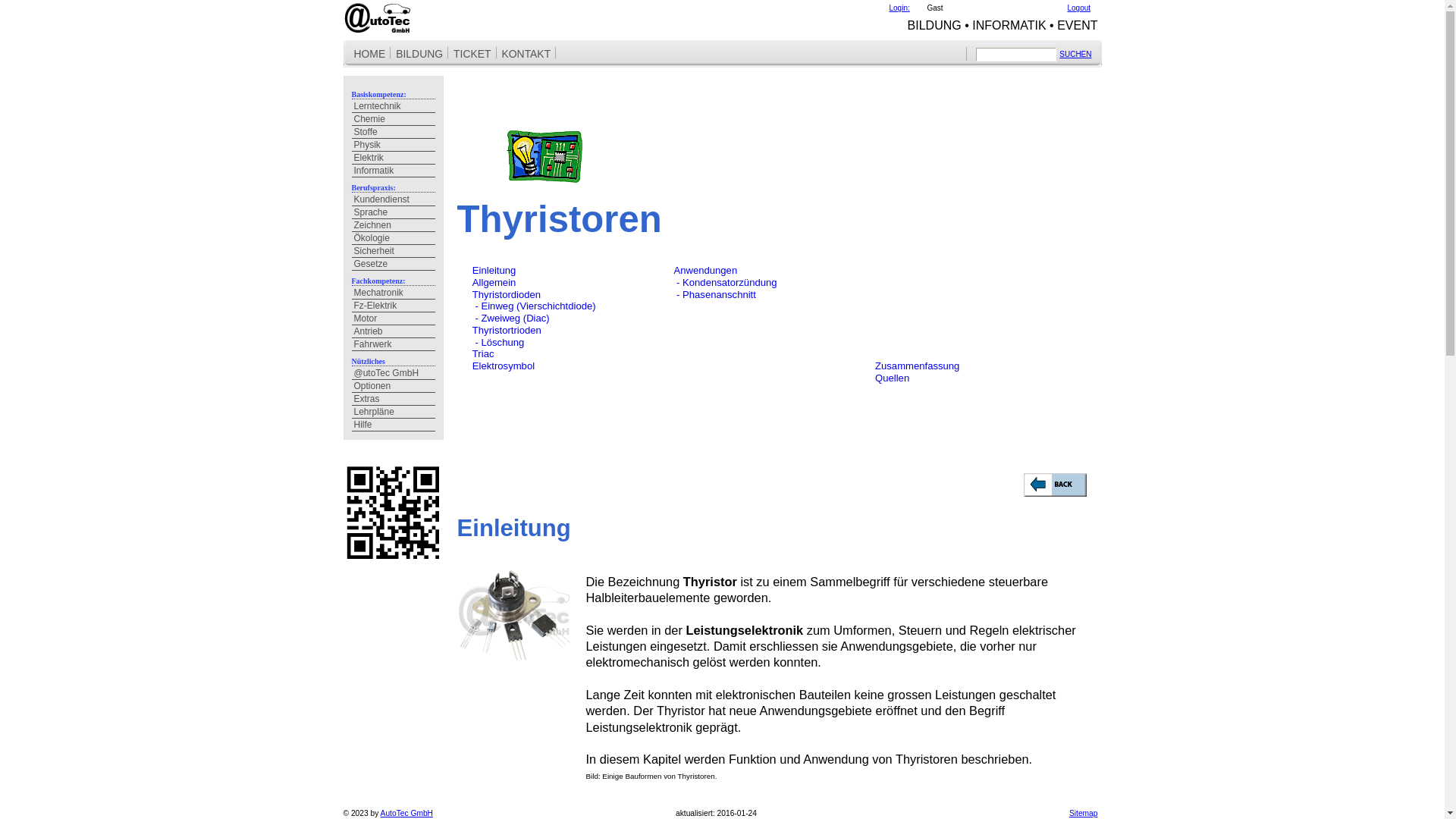 The height and width of the screenshot is (819, 1456). What do you see at coordinates (351, 105) in the screenshot?
I see `'Lerntechnik'` at bounding box center [351, 105].